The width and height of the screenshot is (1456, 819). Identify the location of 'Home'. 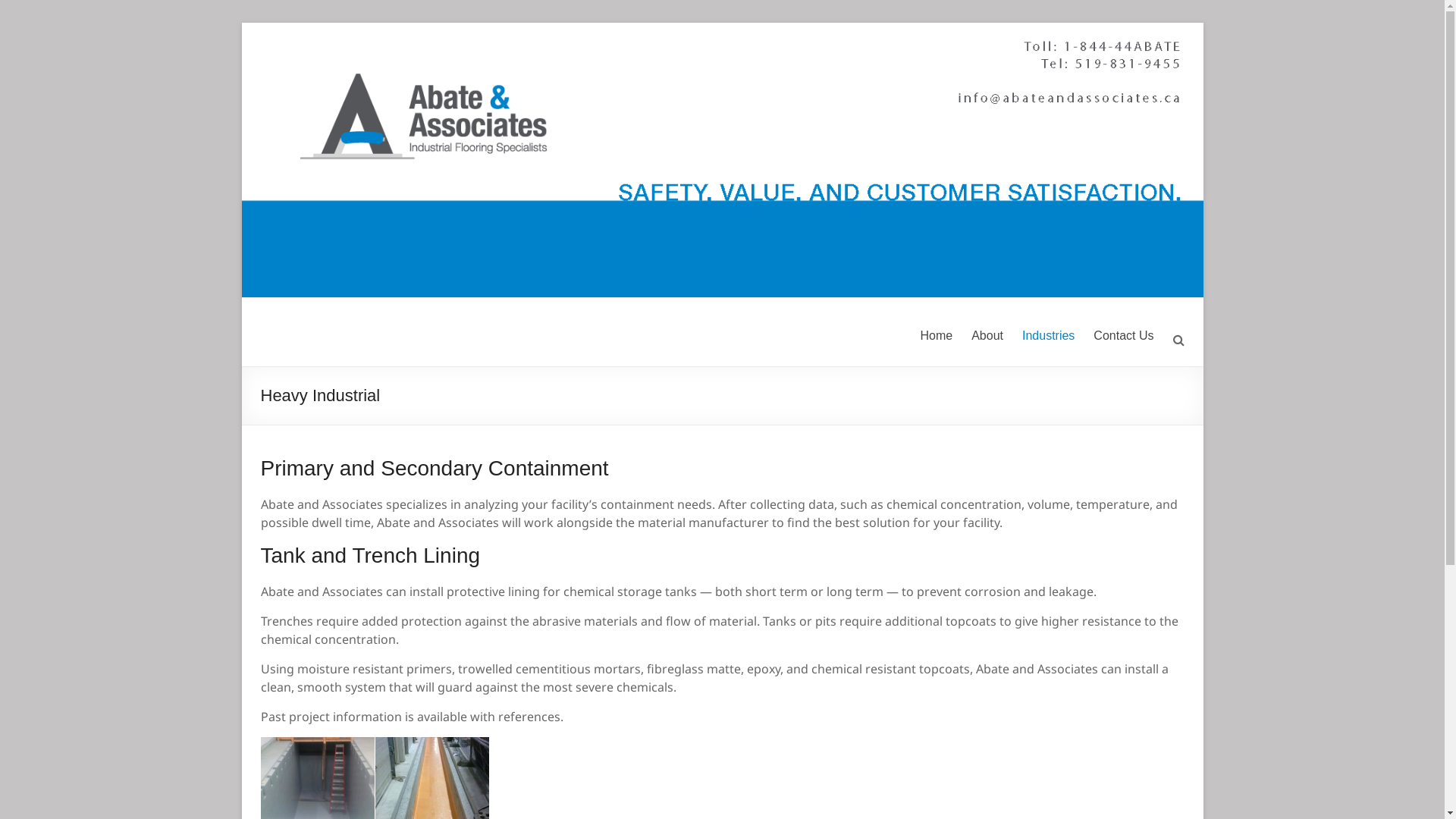
(935, 335).